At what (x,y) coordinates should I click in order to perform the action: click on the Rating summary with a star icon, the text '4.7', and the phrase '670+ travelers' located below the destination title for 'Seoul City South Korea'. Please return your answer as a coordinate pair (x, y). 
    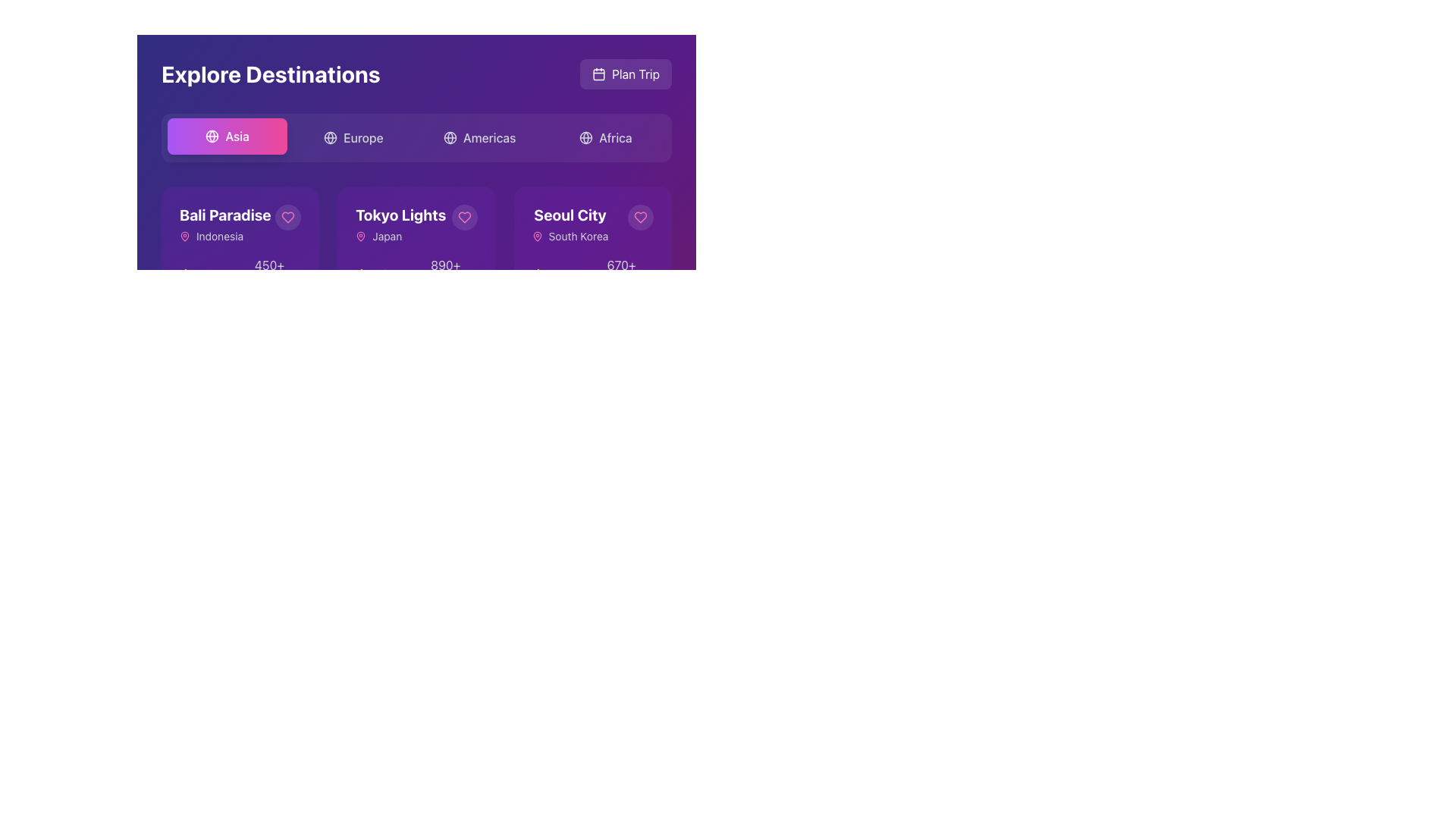
    Looking at the image, I should click on (591, 275).